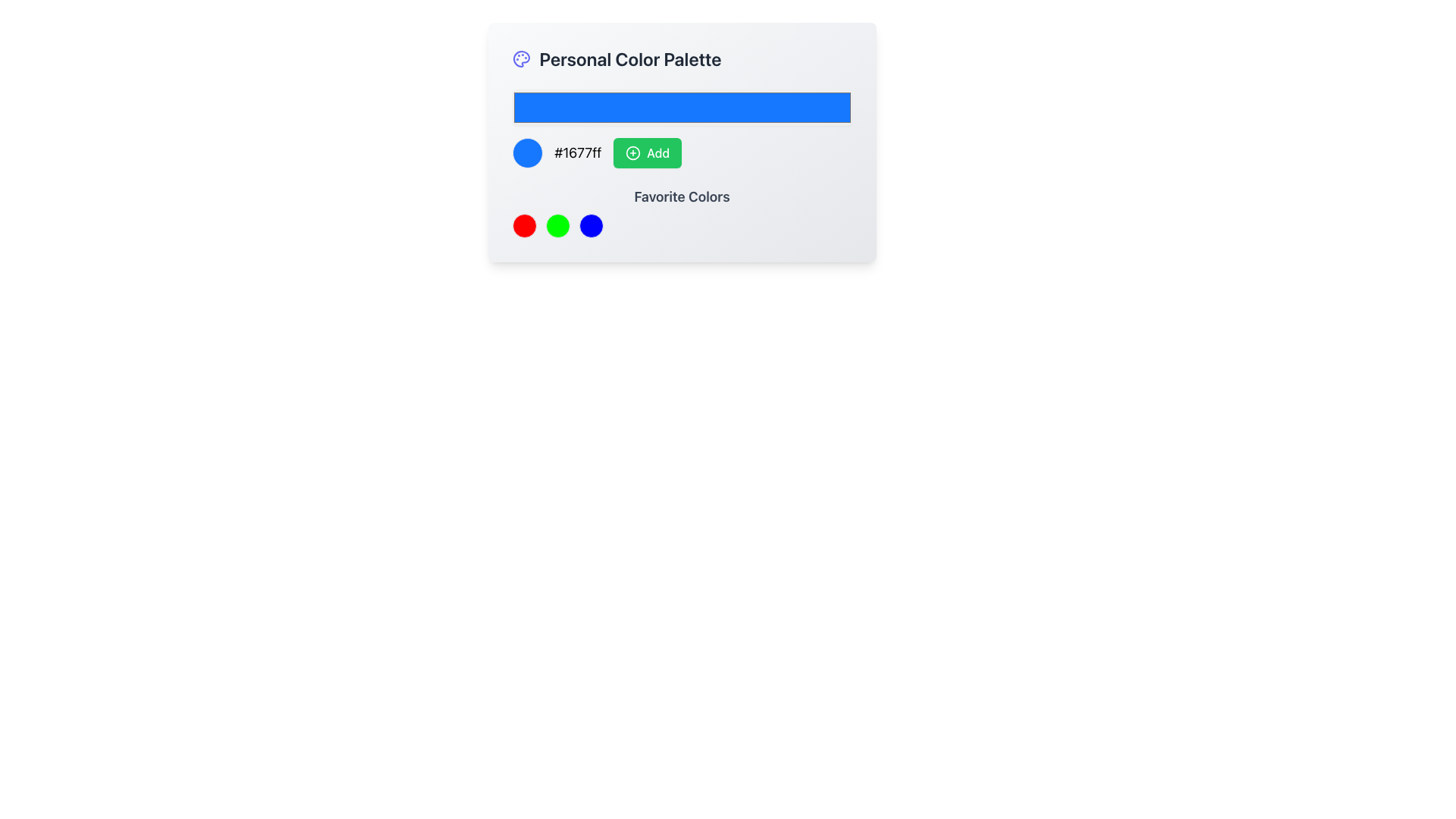  Describe the element at coordinates (521, 58) in the screenshot. I see `the painter's palette icon, which is vibrant indigo and located to the far left of the 'Personal Color Palette' header` at that location.